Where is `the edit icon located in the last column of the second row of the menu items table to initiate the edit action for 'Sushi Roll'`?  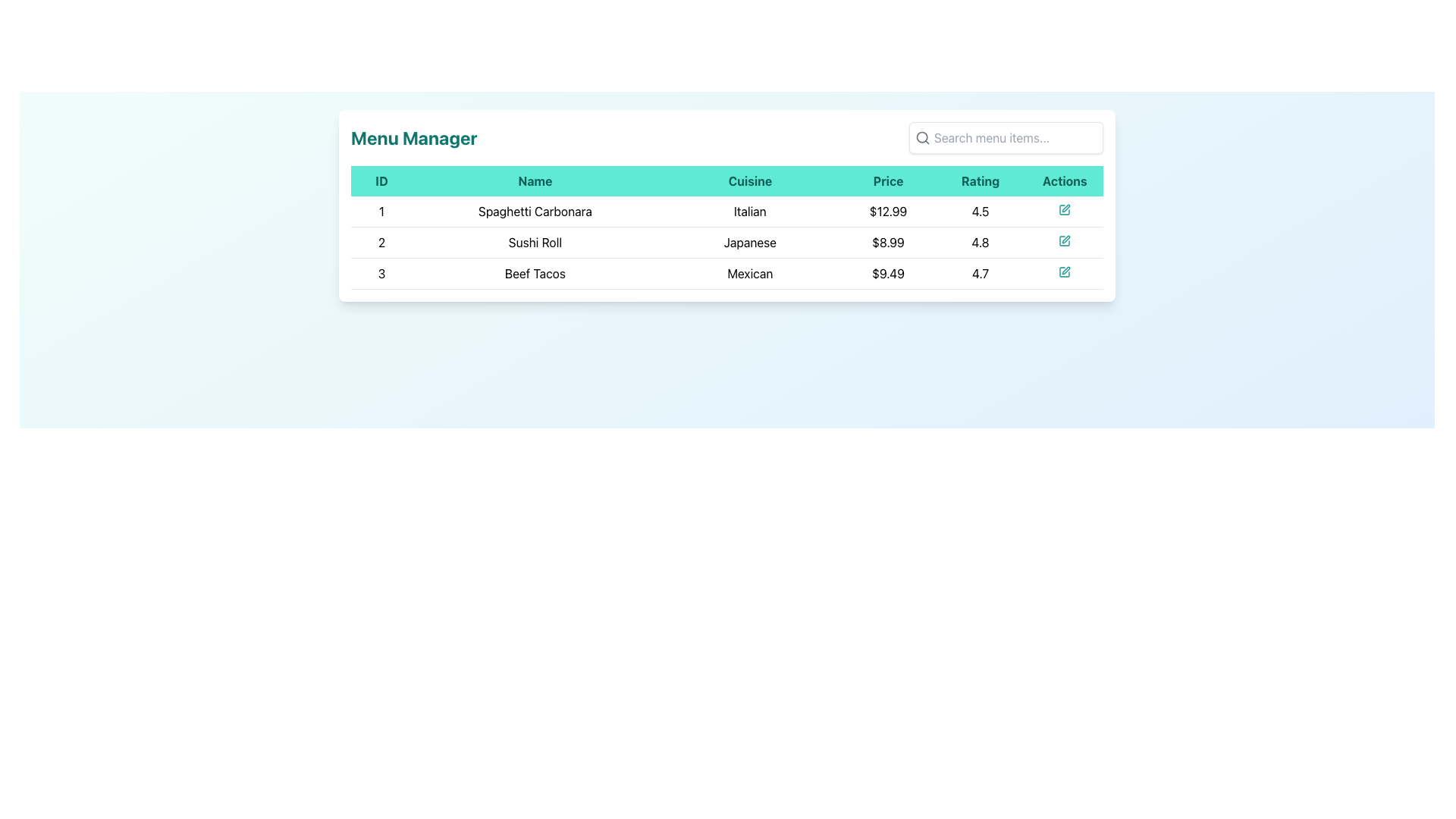
the edit icon located in the last column of the second row of the menu items table to initiate the edit action for 'Sushi Roll' is located at coordinates (1064, 242).